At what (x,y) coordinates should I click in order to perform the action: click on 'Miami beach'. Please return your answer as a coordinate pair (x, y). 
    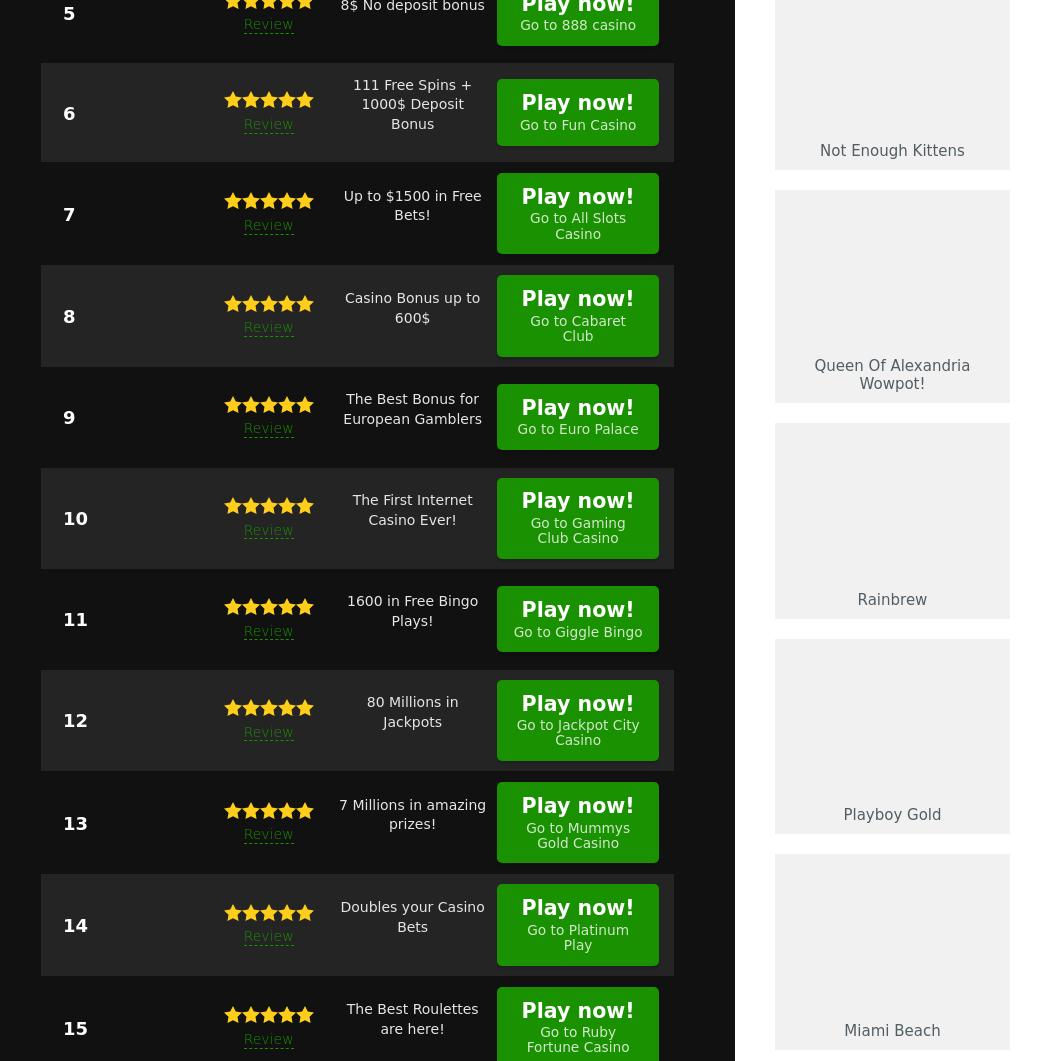
    Looking at the image, I should click on (890, 1029).